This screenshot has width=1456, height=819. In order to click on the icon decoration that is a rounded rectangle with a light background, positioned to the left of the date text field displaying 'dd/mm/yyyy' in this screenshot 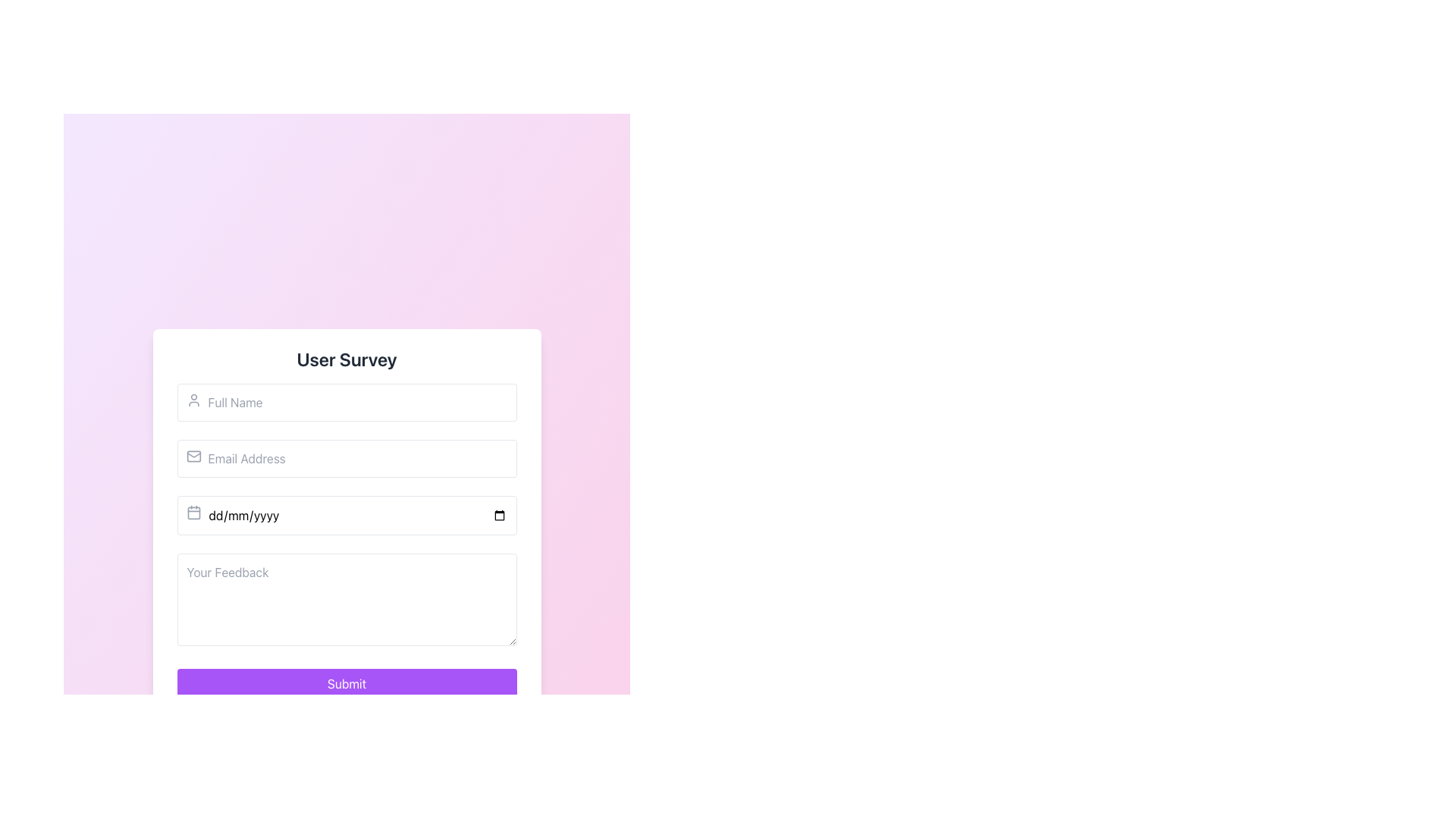, I will do `click(193, 512)`.